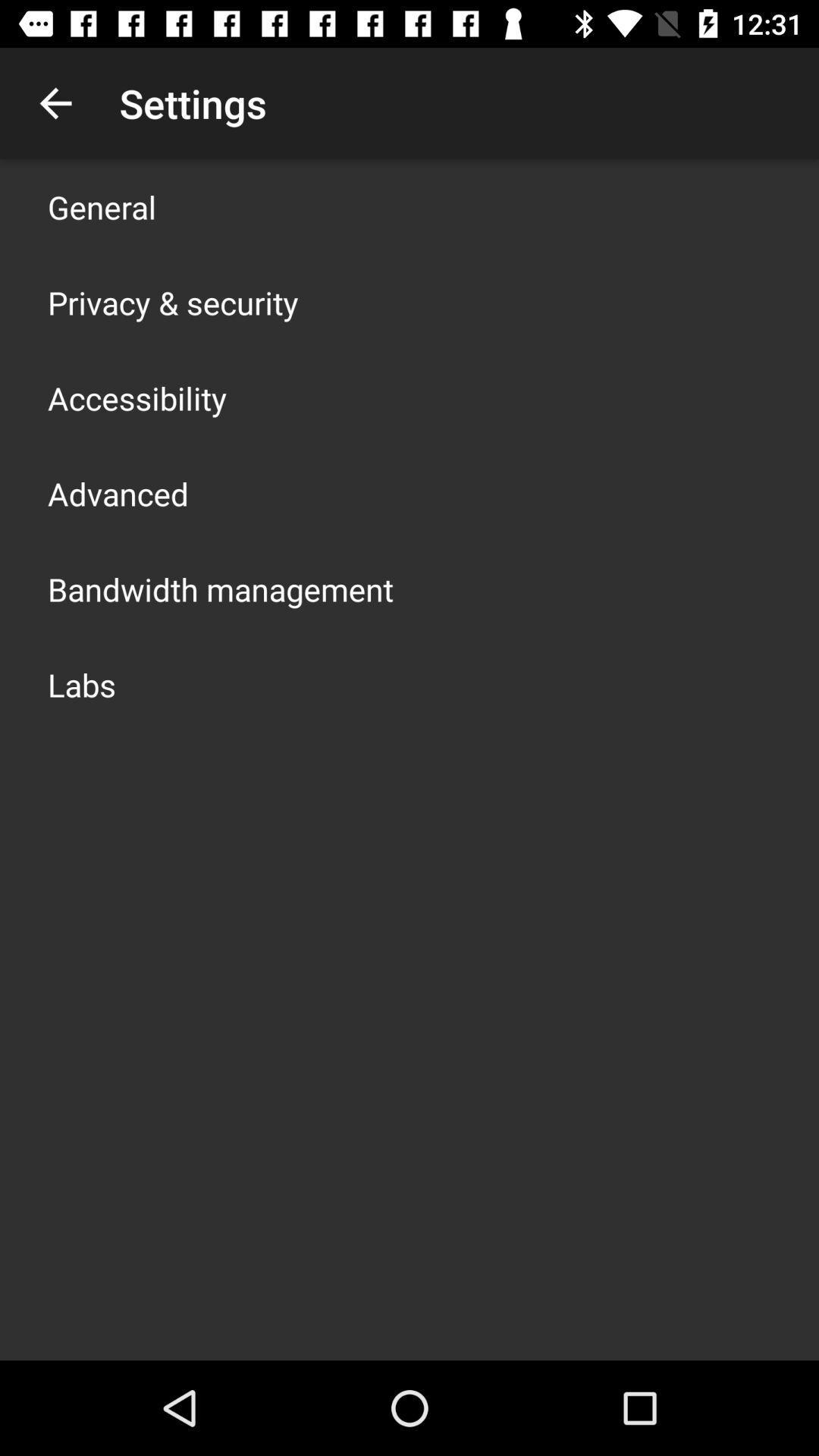 Image resolution: width=819 pixels, height=1456 pixels. I want to click on the item below accessibility icon, so click(117, 494).